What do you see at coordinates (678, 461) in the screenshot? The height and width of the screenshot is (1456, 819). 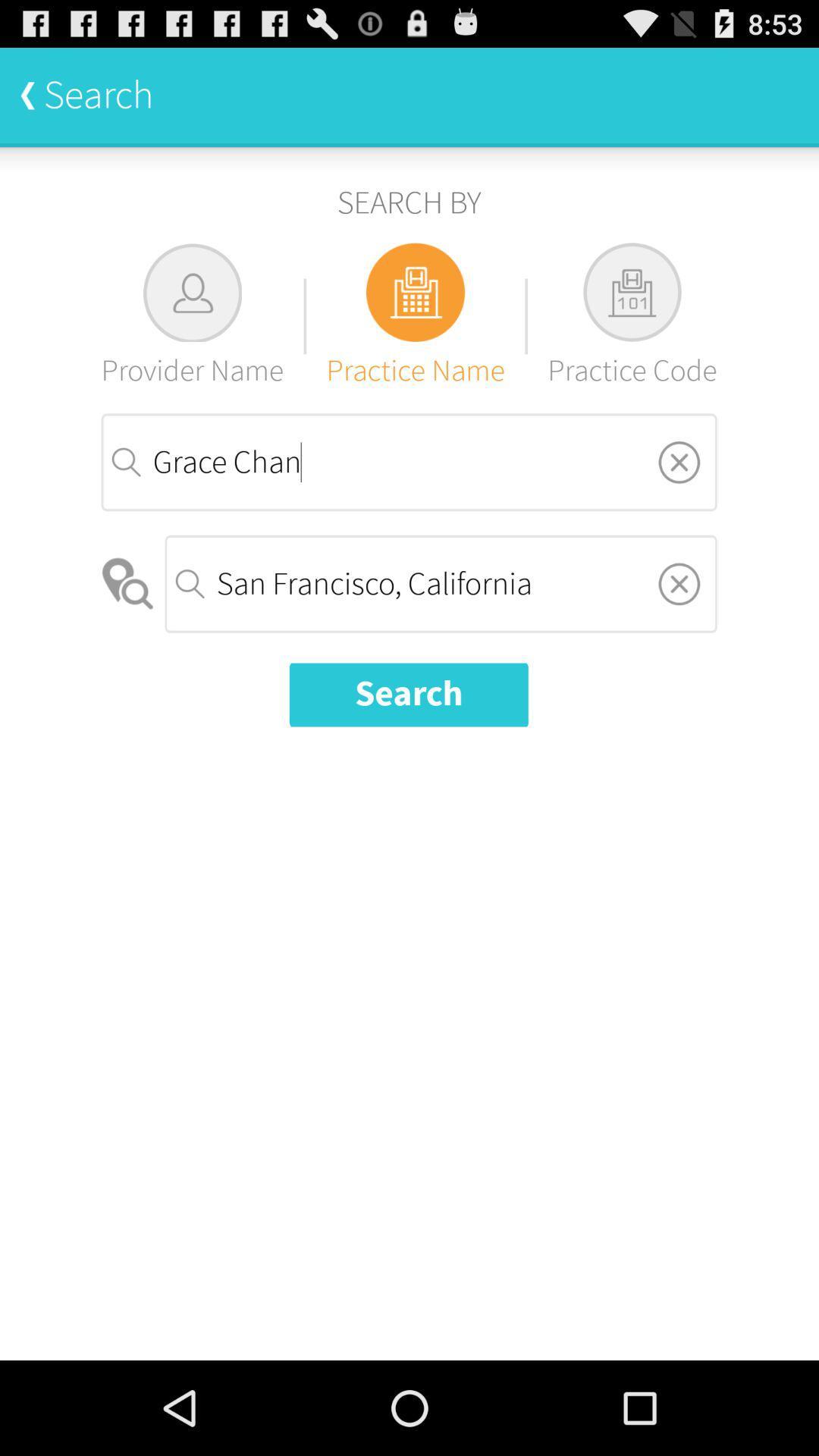 I see `remove text` at bounding box center [678, 461].